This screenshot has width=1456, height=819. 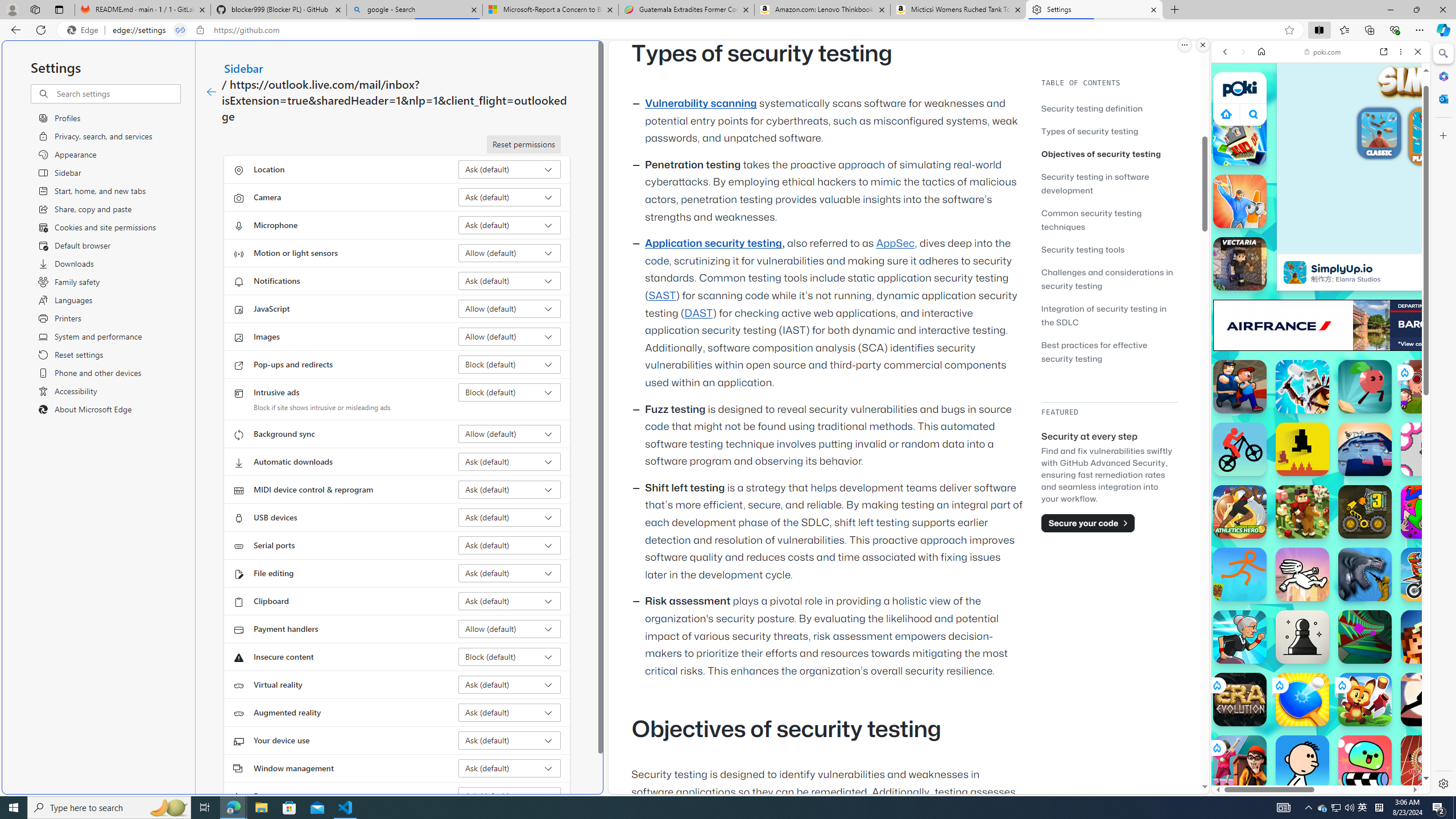 I want to click on 'Ping Pong Go! Ping Pong Go!', so click(x=1301, y=699).